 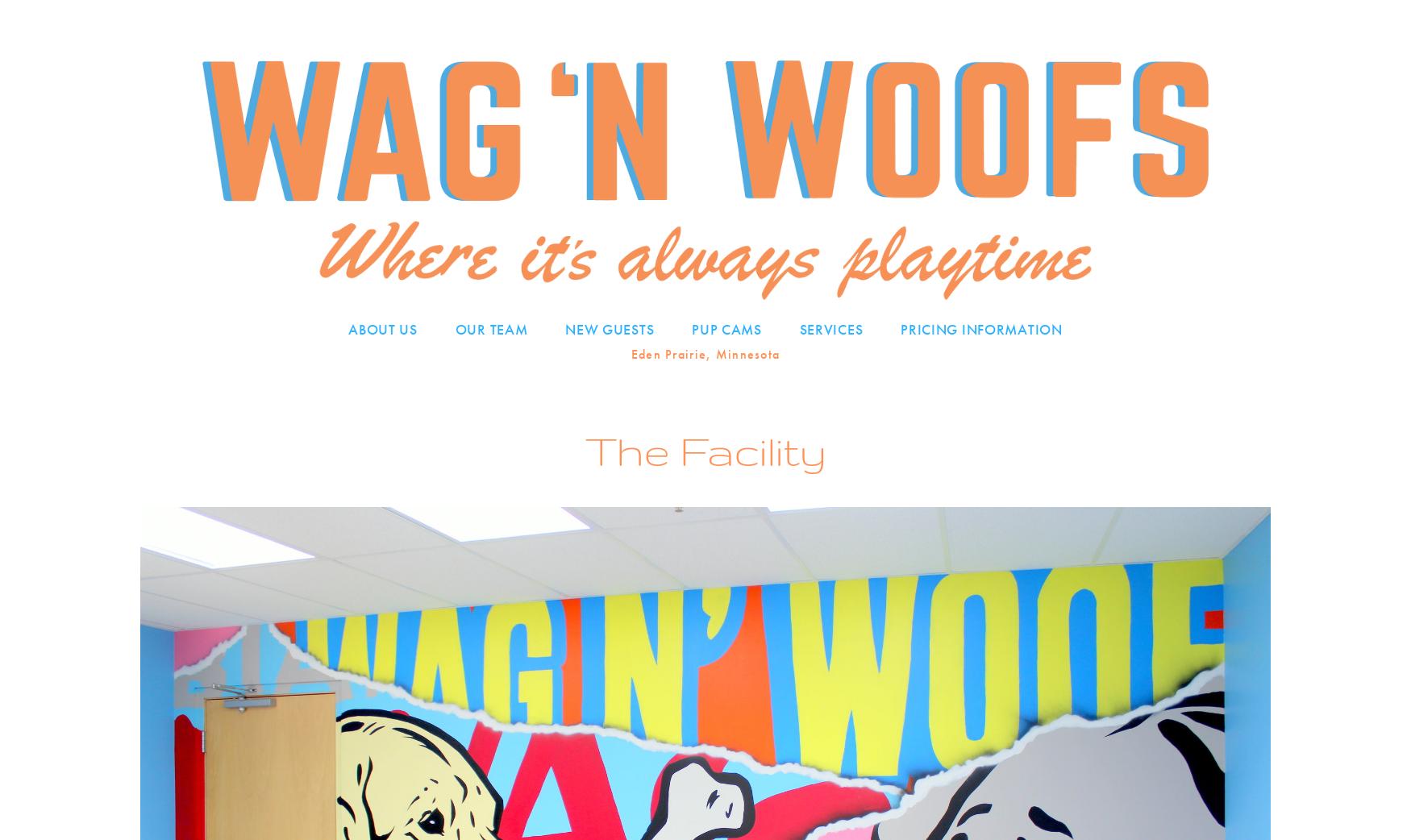 What do you see at coordinates (745, 360) in the screenshot?
I see `'Teenie Wienies'` at bounding box center [745, 360].